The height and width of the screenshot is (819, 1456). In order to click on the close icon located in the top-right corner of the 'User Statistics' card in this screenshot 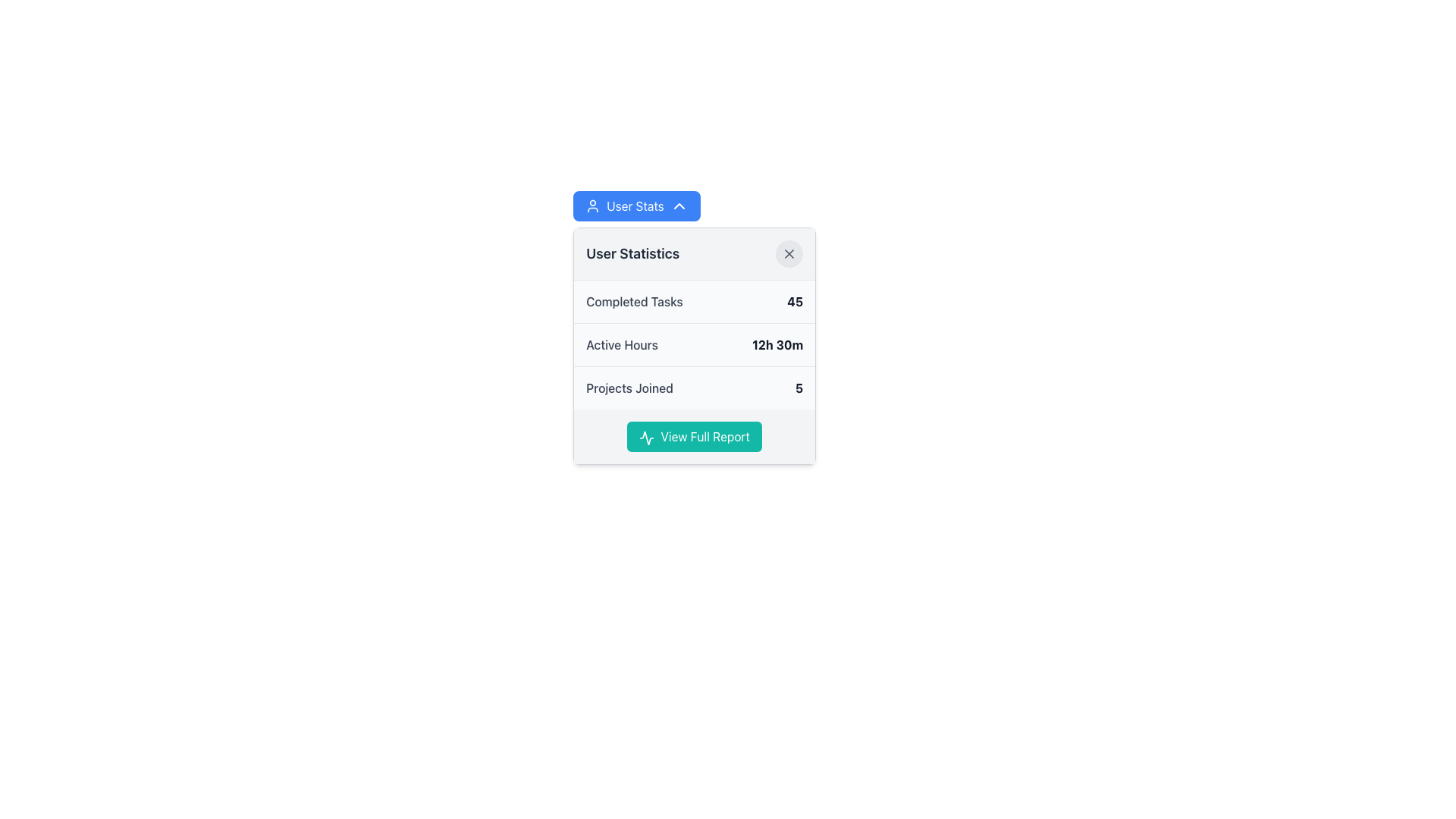, I will do `click(789, 253)`.